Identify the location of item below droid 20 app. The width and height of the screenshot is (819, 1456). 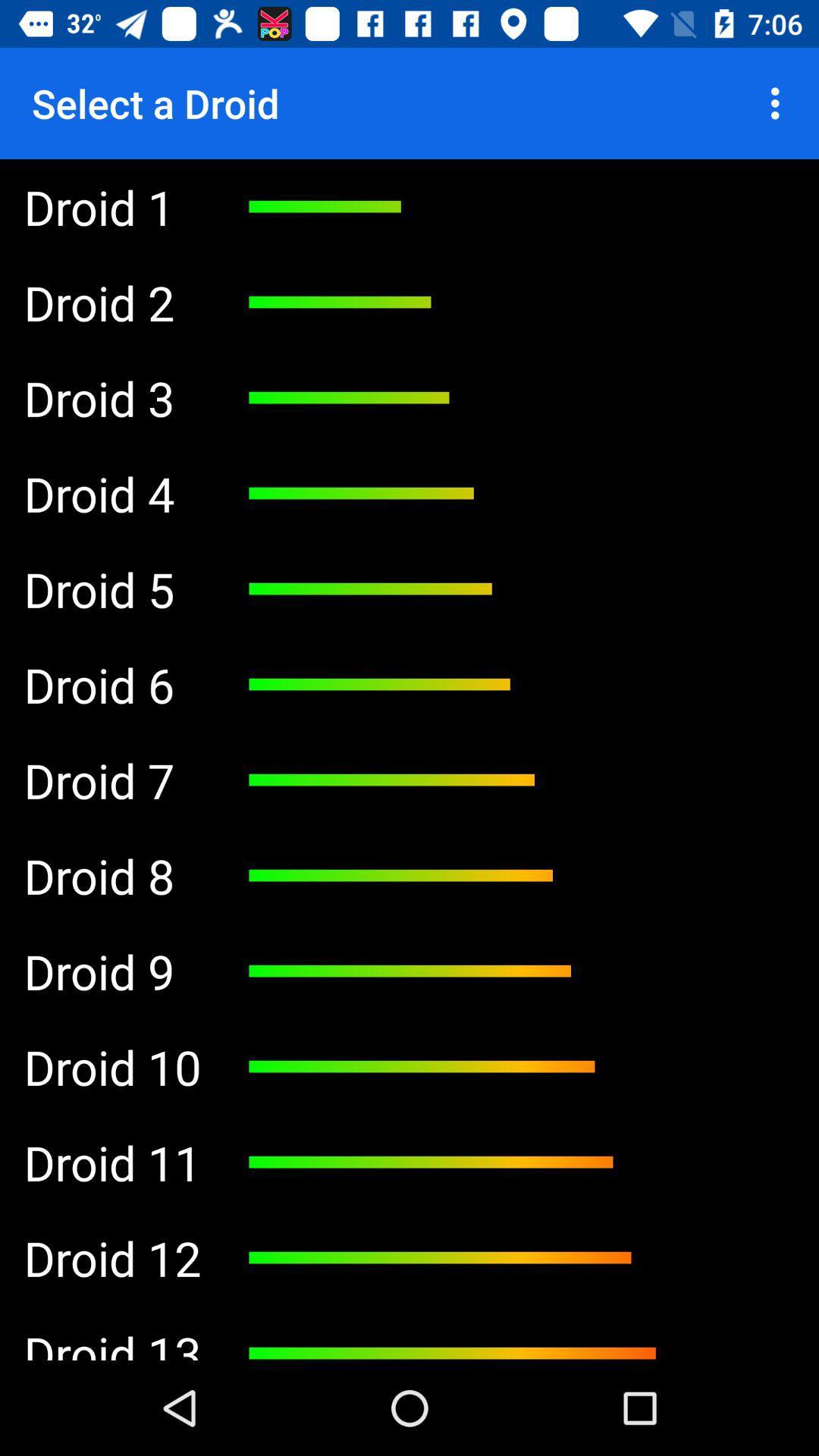
(111, 971).